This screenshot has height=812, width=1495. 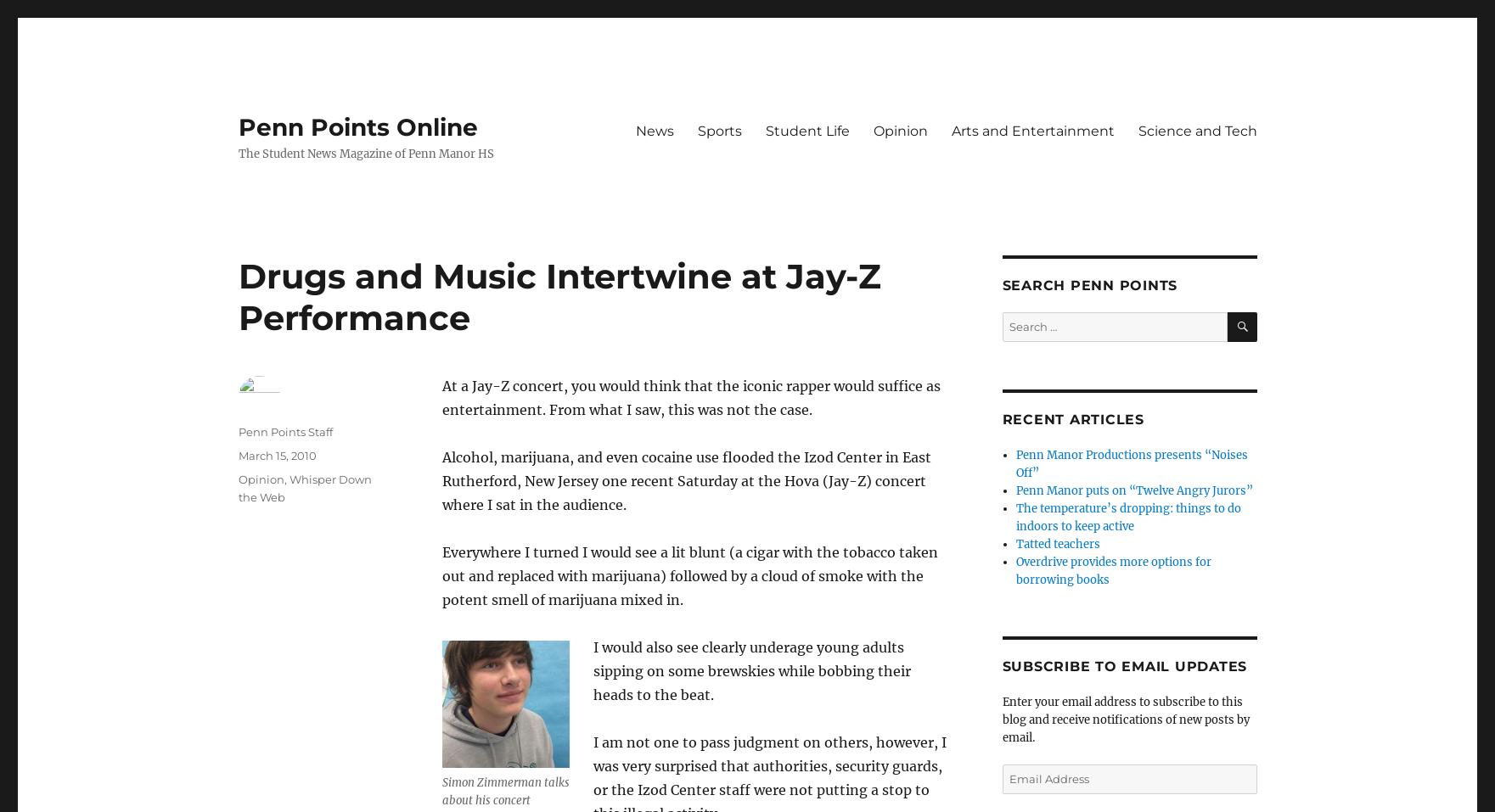 What do you see at coordinates (1002, 285) in the screenshot?
I see `'Search Penn Points'` at bounding box center [1002, 285].